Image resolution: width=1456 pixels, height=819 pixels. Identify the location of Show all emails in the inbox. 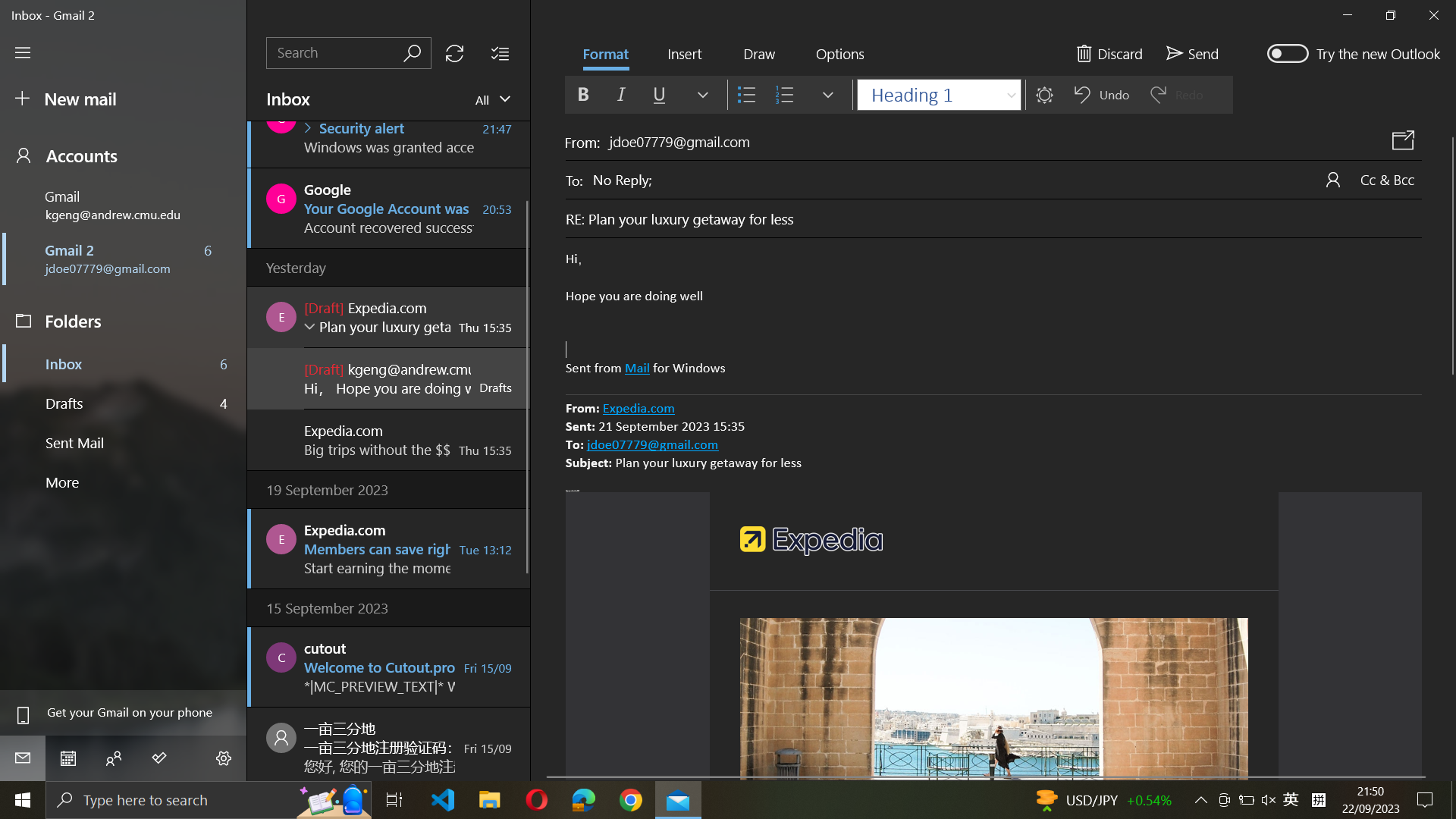
(494, 99).